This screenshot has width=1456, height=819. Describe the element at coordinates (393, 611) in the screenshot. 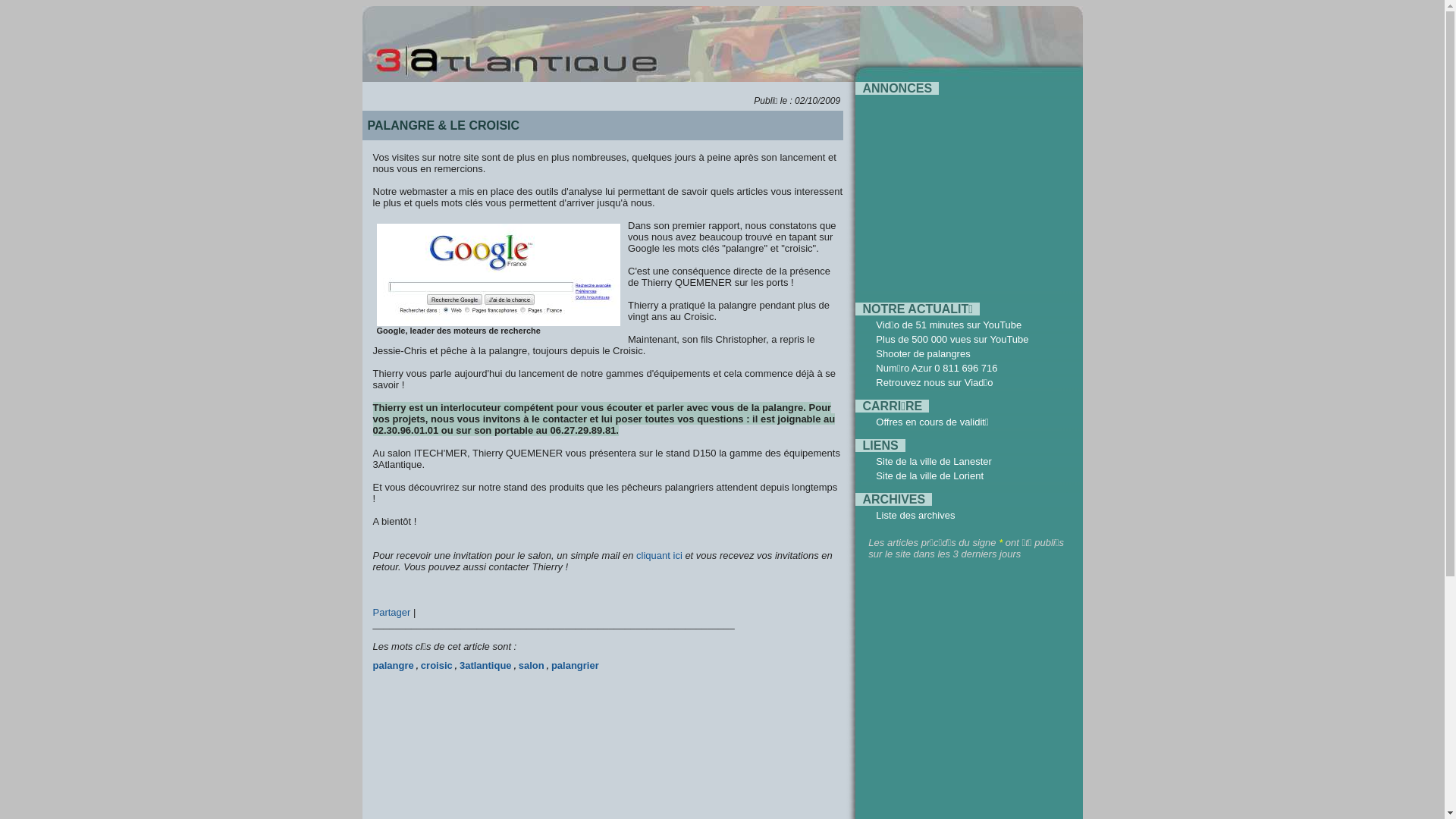

I see `'Partager'` at that location.